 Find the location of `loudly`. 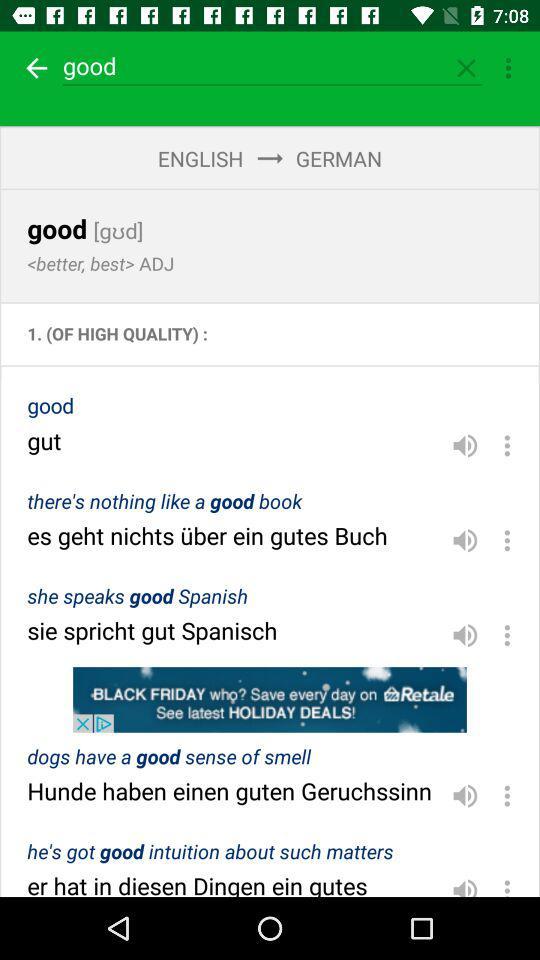

loudly is located at coordinates (465, 796).